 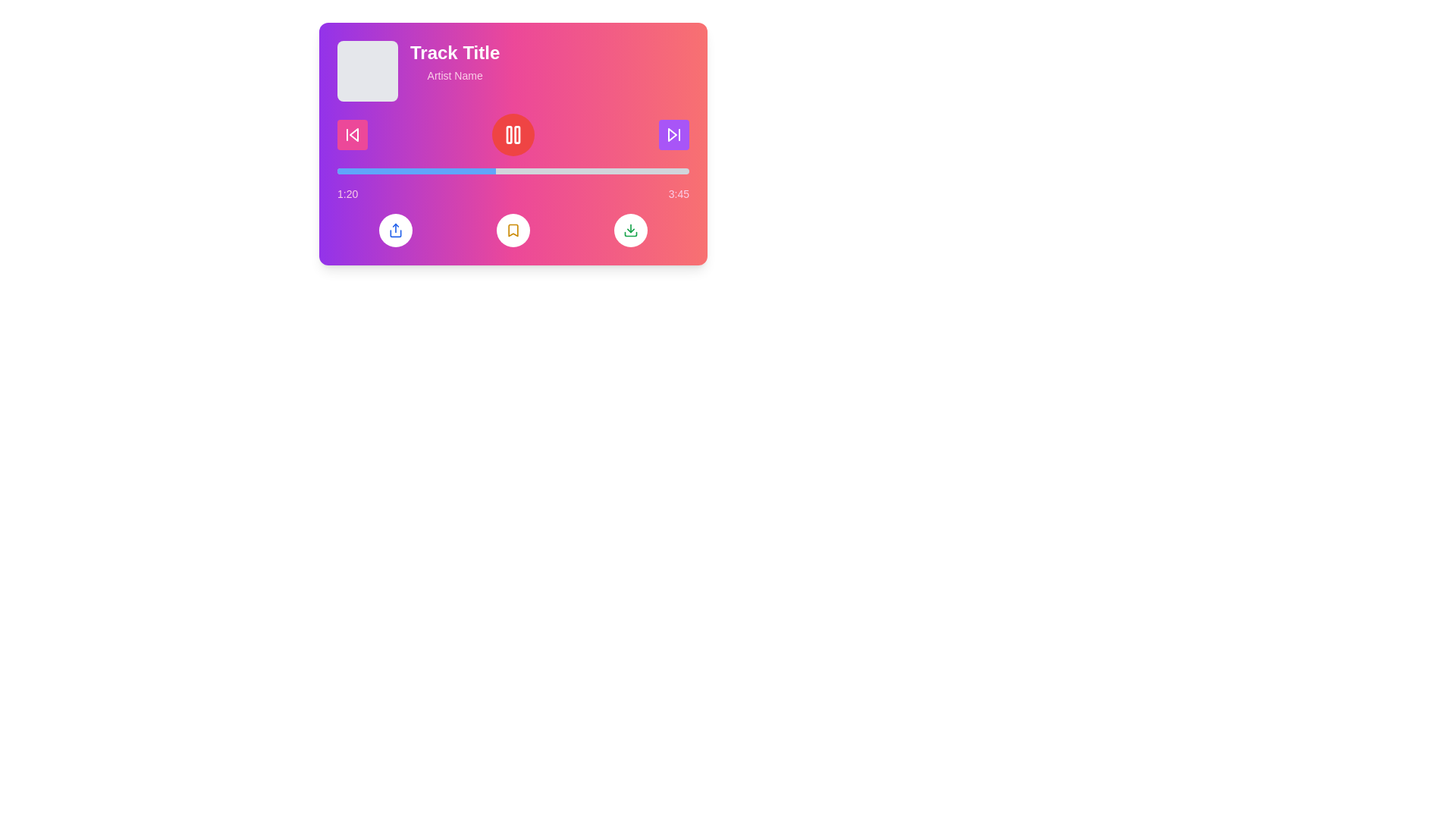 What do you see at coordinates (396, 231) in the screenshot?
I see `the first button from the left in the horizontal row of three buttons located below the music player's progress bar` at bounding box center [396, 231].